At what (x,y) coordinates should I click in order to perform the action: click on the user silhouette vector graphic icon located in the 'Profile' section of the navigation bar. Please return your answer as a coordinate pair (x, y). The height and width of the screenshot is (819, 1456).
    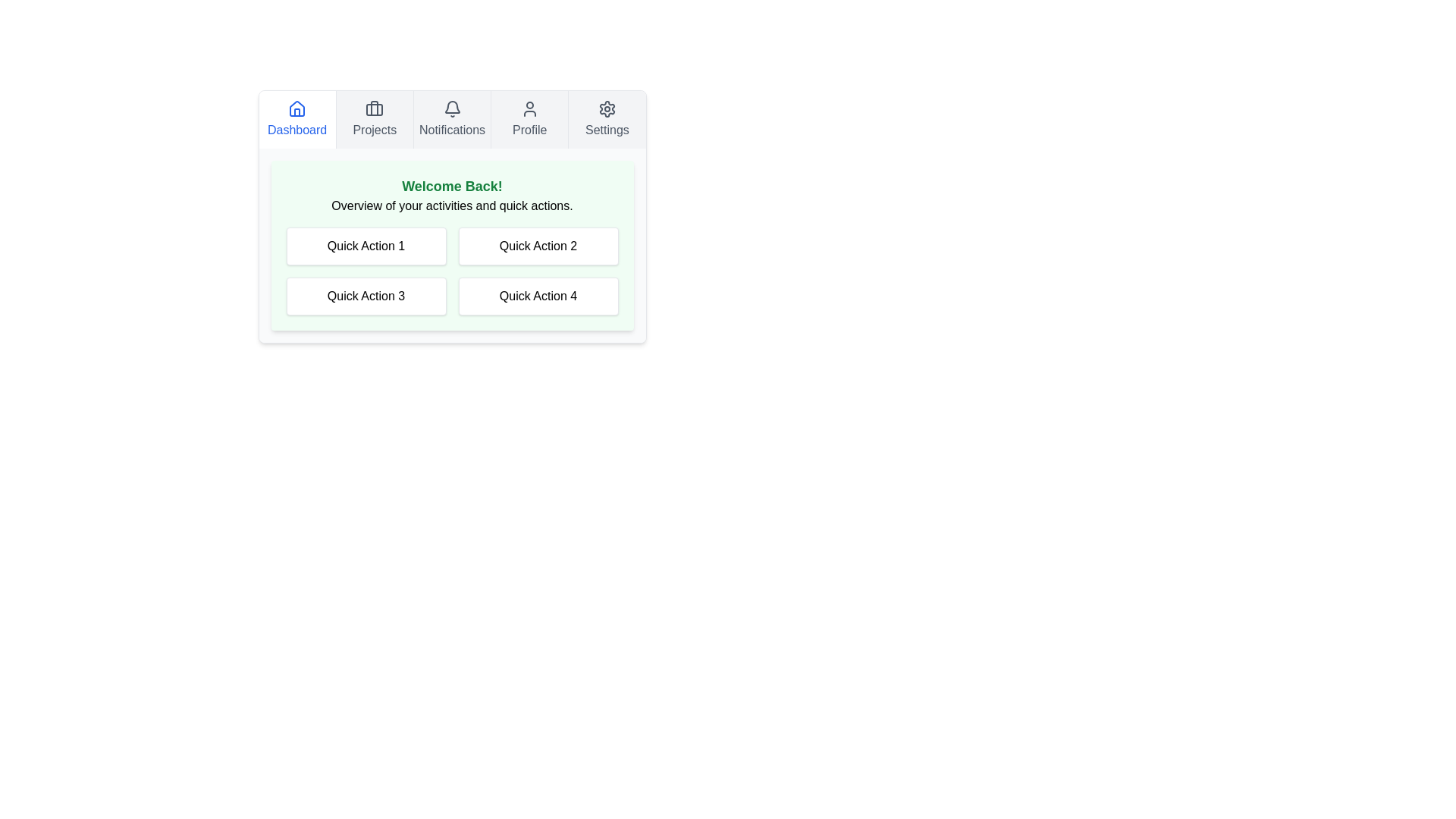
    Looking at the image, I should click on (529, 108).